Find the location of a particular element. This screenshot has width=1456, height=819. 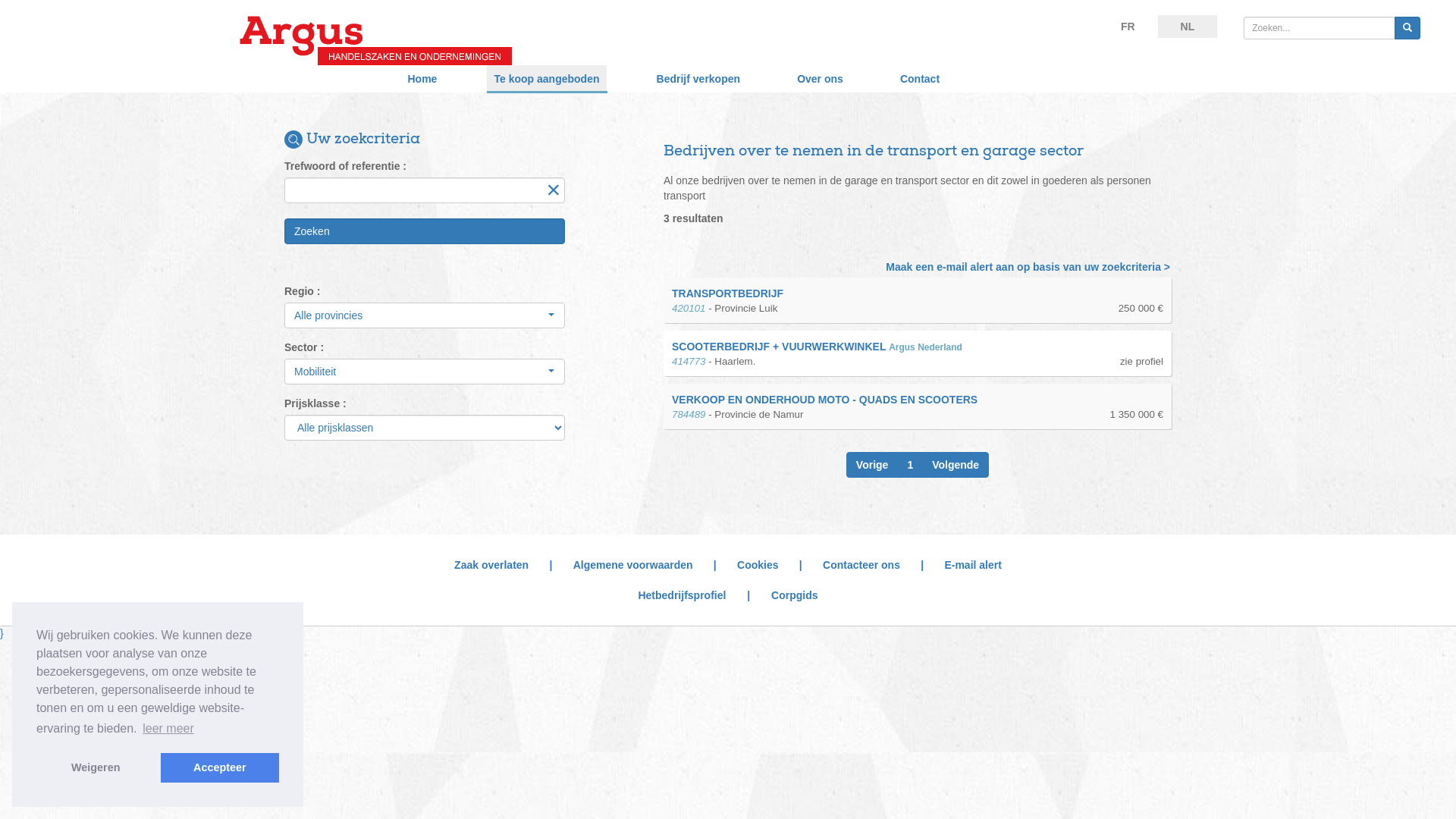

'Zoeken' is located at coordinates (284, 231).